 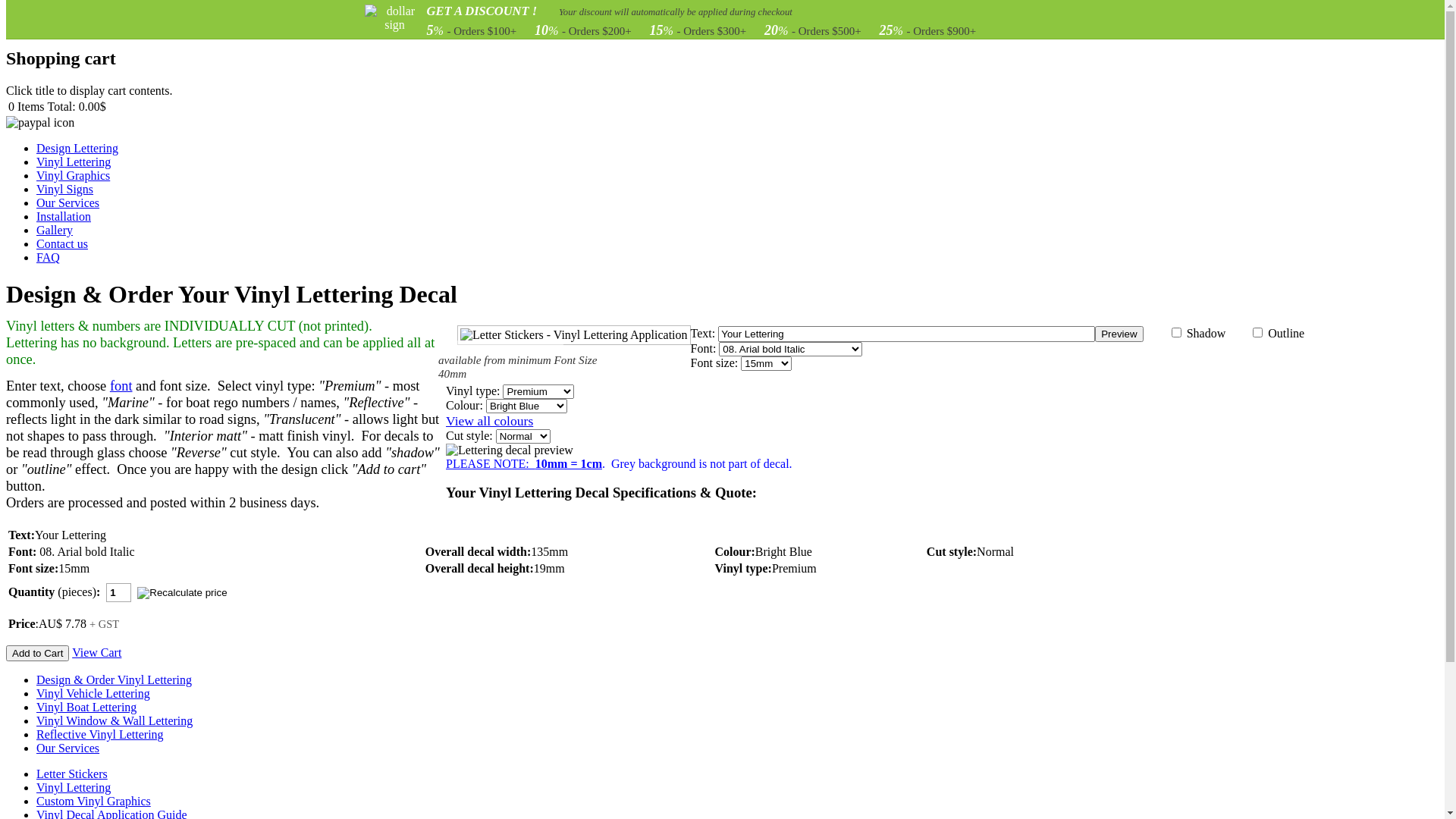 I want to click on 'Design & Order Vinyl Lettering', so click(x=113, y=679).